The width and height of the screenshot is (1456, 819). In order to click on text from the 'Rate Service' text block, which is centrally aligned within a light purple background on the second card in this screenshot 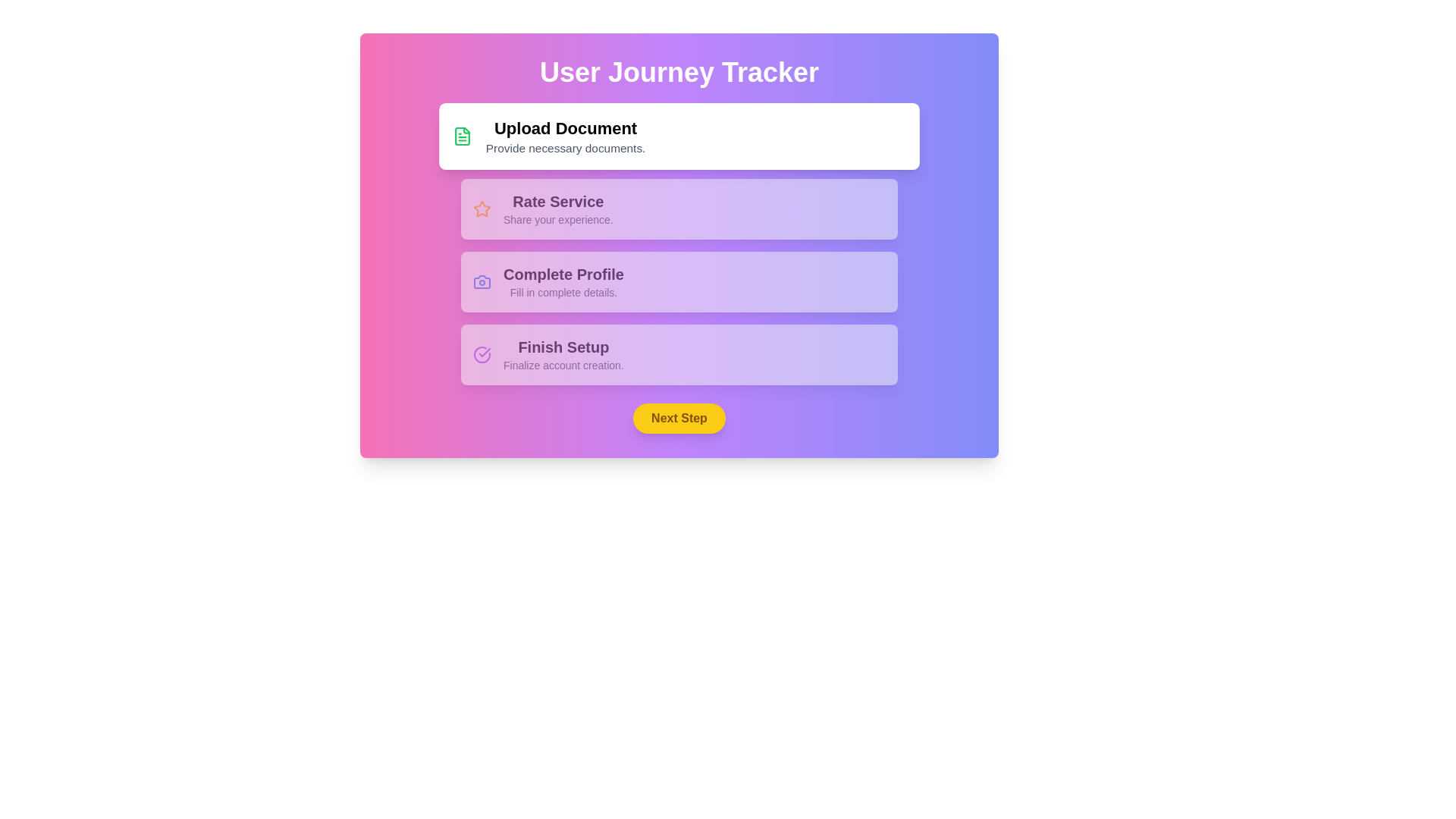, I will do `click(557, 209)`.